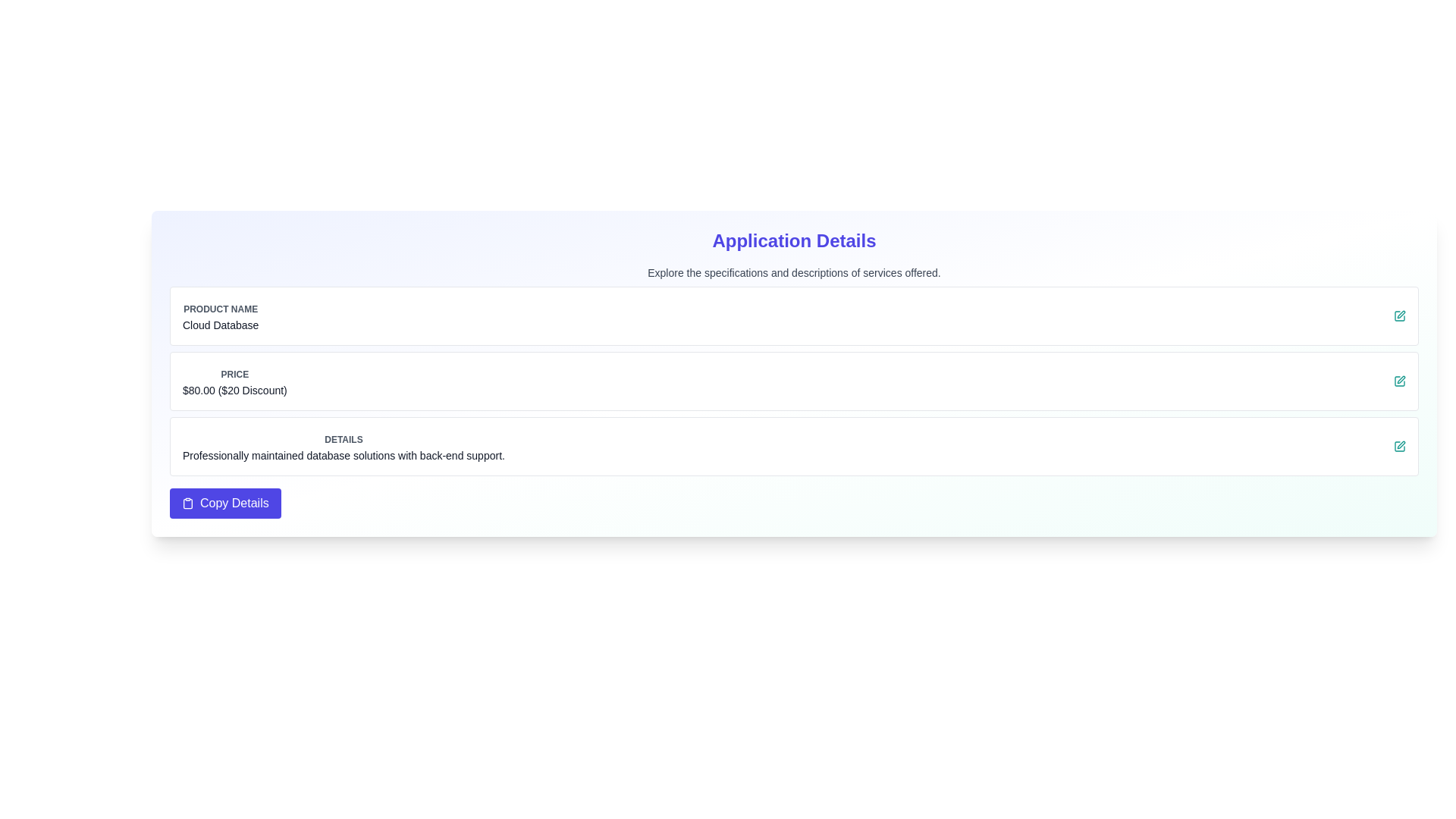  Describe the element at coordinates (1401, 379) in the screenshot. I see `the icon button located in the rightmost side of the third row of the form interface` at that location.